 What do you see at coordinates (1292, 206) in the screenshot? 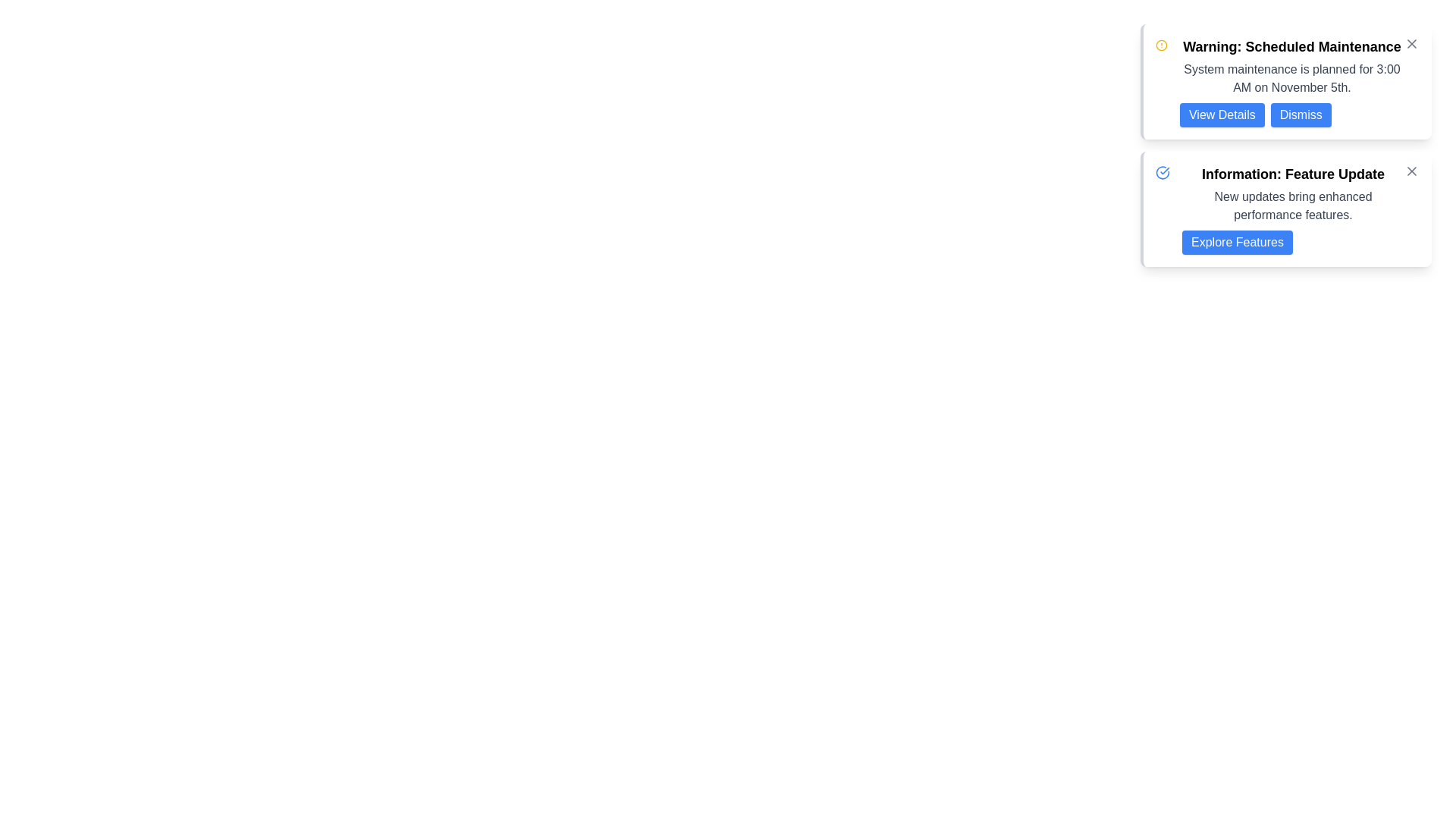
I see `text stating 'New updates bring enhanced performance features.' located in the second notification section titled 'Information: Feature Update.'` at bounding box center [1292, 206].